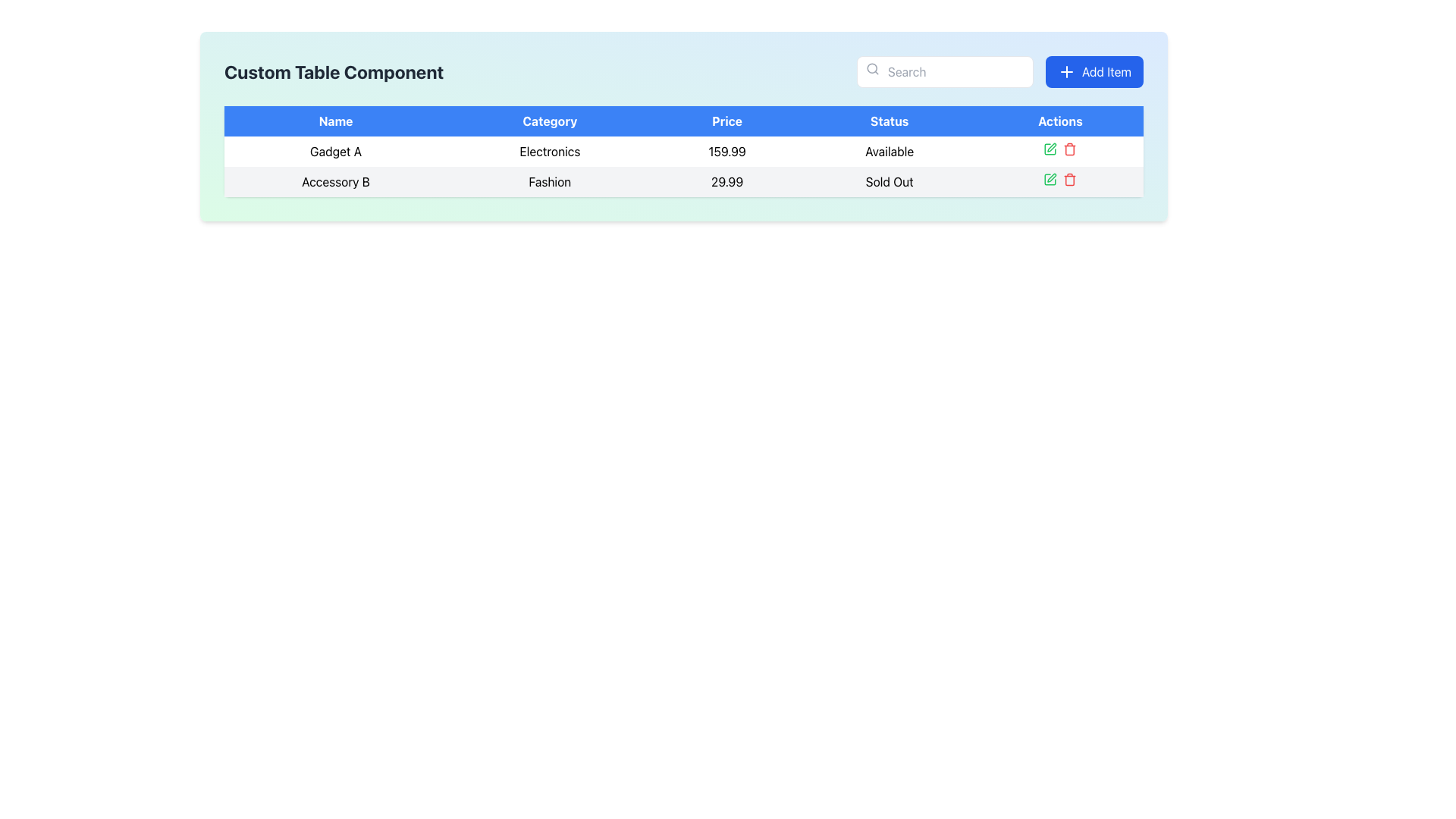 The image size is (1456, 819). What do you see at coordinates (726, 180) in the screenshot?
I see `the Text Label displaying the price of the item in the 'Fashion' category located in the 'Price' column of the table` at bounding box center [726, 180].